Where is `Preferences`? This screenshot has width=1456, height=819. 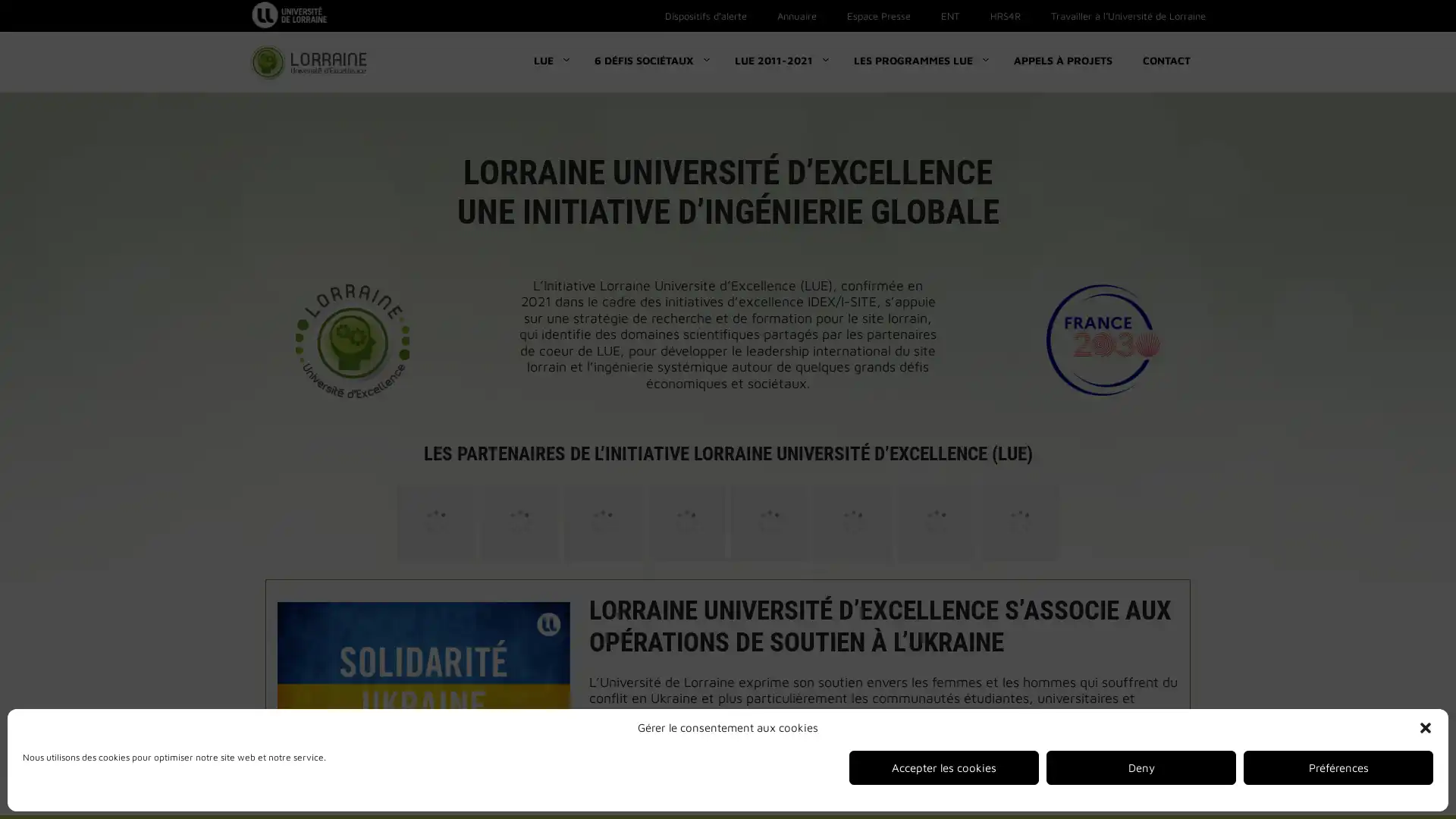 Preferences is located at coordinates (1338, 767).